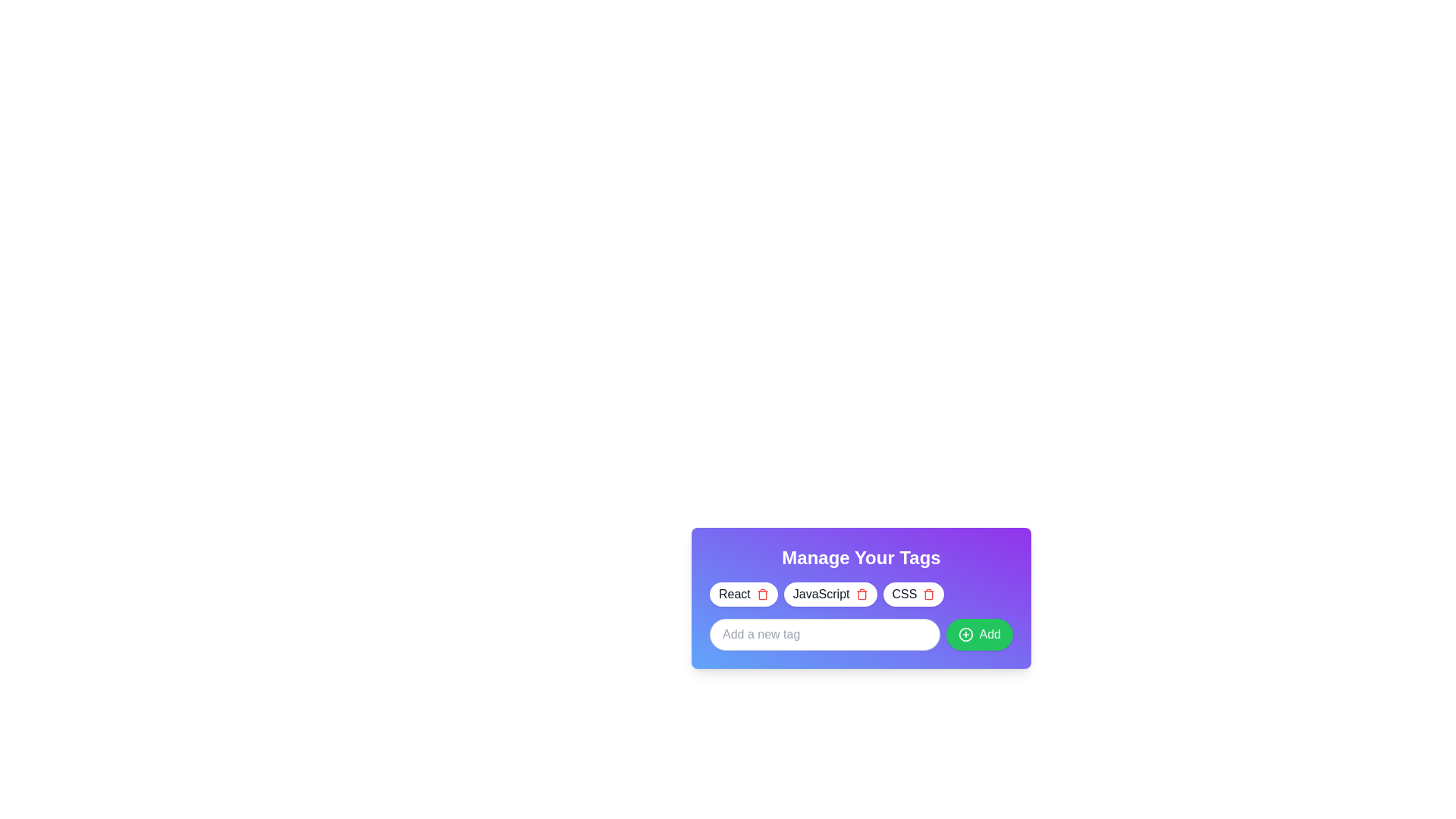 The width and height of the screenshot is (1456, 819). I want to click on the trash icon of the 'CSS' tag, which is a pill-shaped tag with bold black text on a white background, so click(912, 593).